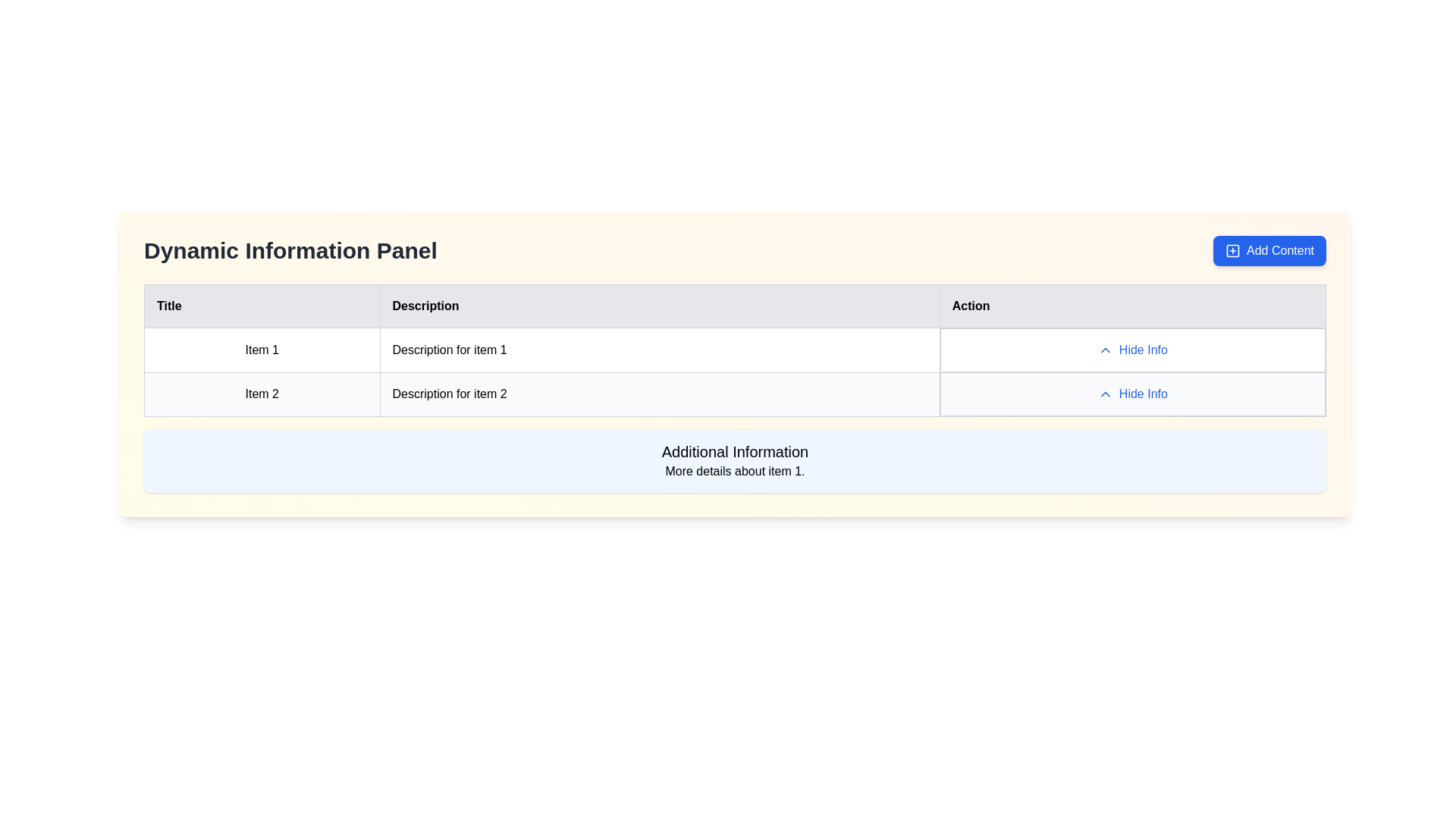 The height and width of the screenshot is (819, 1456). Describe the element at coordinates (1105, 394) in the screenshot. I see `the chevron icon located to the left of the text 'Hide Info' in the third column of the 'Action' section in the second row of the panel` at that location.